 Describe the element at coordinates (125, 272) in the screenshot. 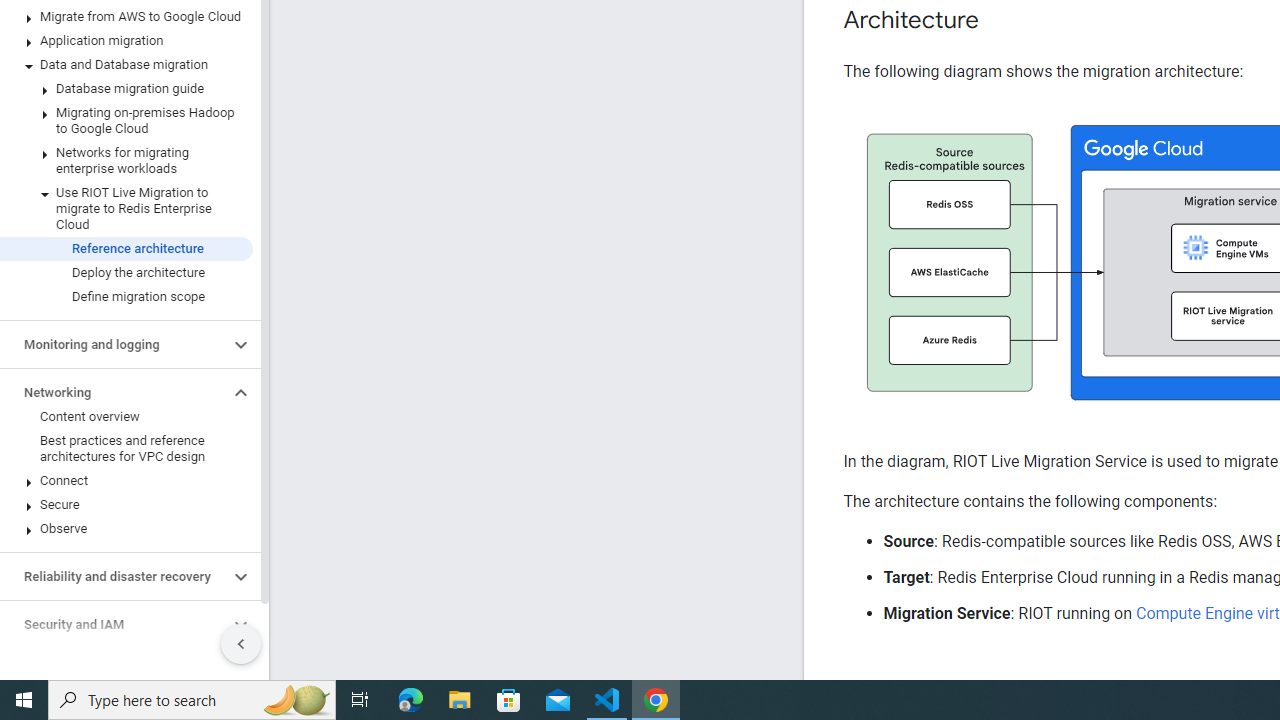

I see `'Deploy the architecture'` at that location.